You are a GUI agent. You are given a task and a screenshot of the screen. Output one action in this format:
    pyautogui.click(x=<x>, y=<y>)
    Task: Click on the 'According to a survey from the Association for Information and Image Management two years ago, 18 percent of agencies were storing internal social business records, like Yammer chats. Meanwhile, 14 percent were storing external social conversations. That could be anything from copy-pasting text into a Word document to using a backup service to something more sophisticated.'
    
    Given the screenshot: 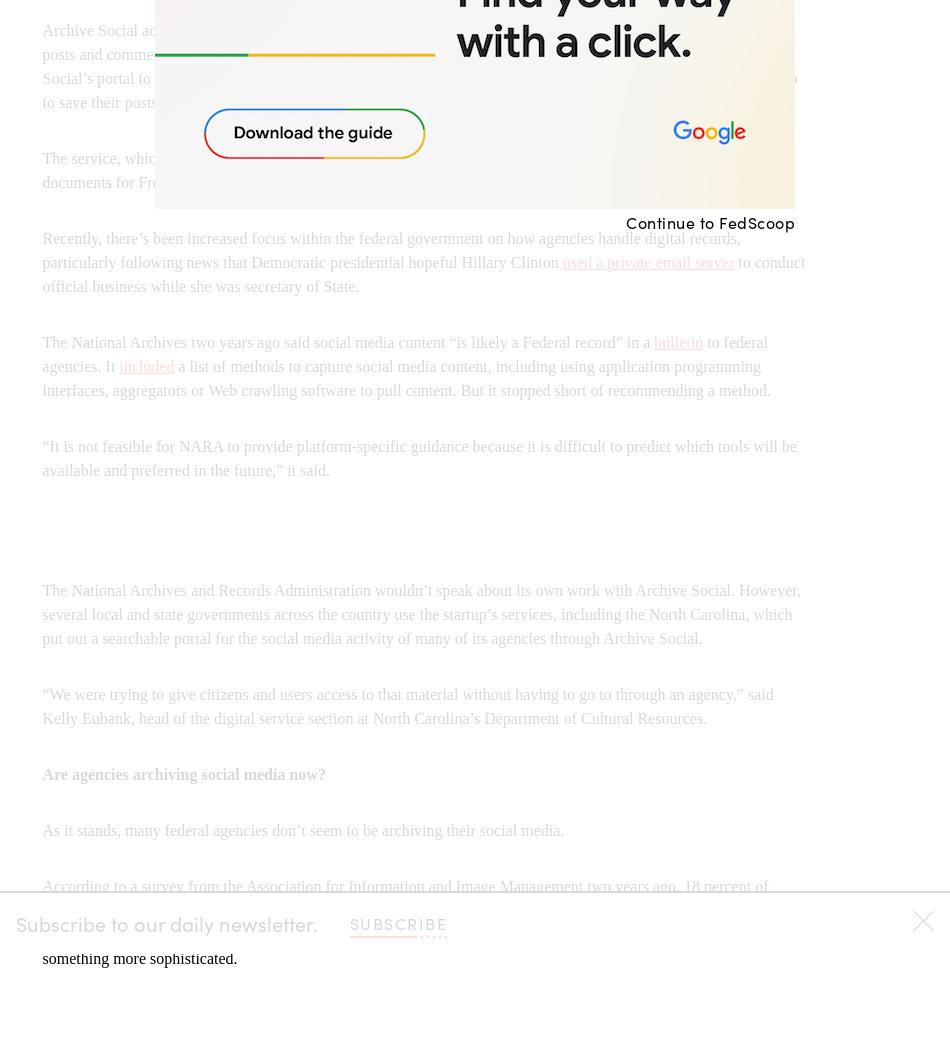 What is the action you would take?
    pyautogui.click(x=422, y=922)
    